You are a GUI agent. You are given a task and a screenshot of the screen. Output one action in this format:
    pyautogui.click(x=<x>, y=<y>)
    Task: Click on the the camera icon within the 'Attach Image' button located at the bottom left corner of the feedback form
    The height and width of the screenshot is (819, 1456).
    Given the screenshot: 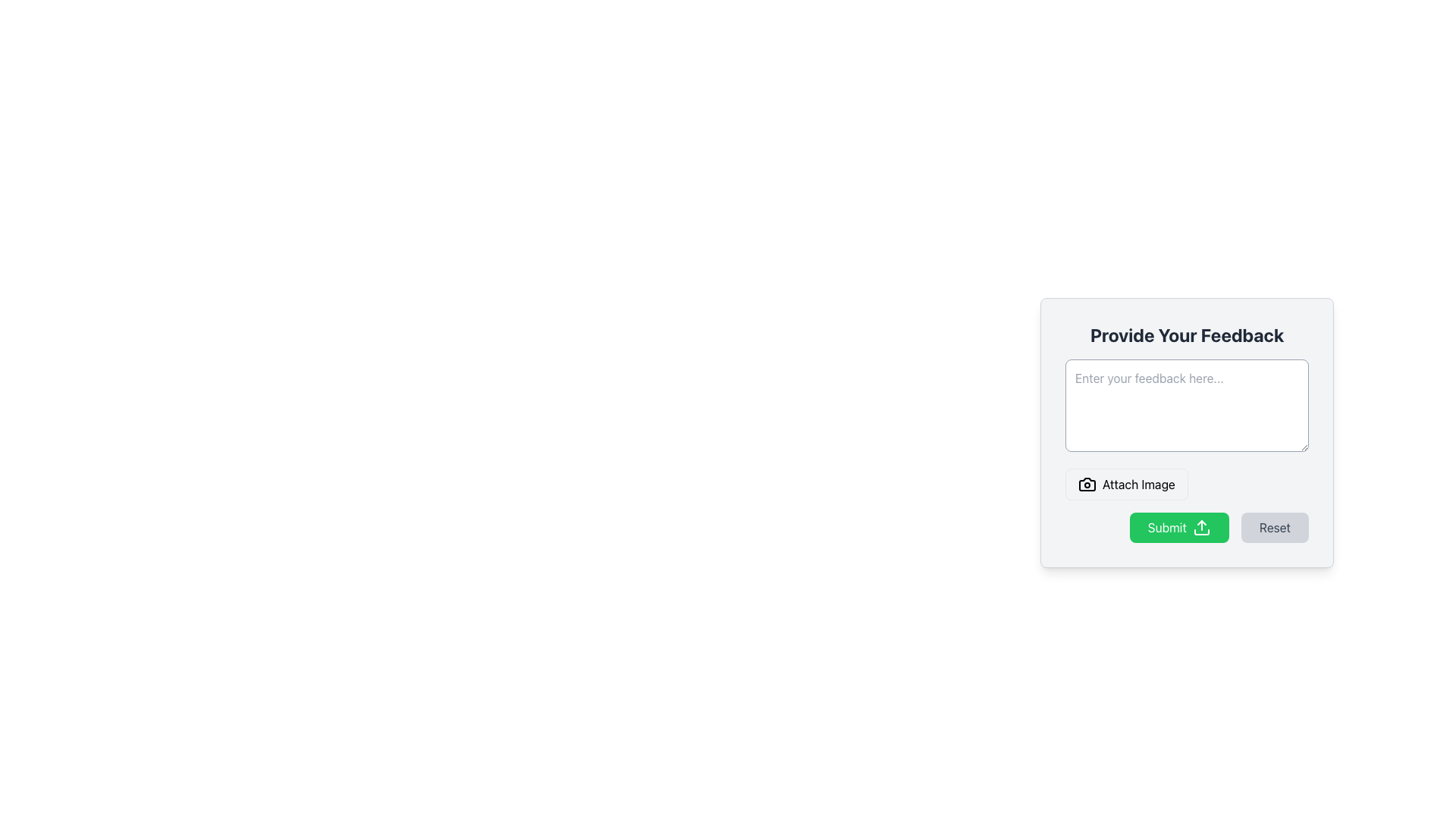 What is the action you would take?
    pyautogui.click(x=1087, y=485)
    